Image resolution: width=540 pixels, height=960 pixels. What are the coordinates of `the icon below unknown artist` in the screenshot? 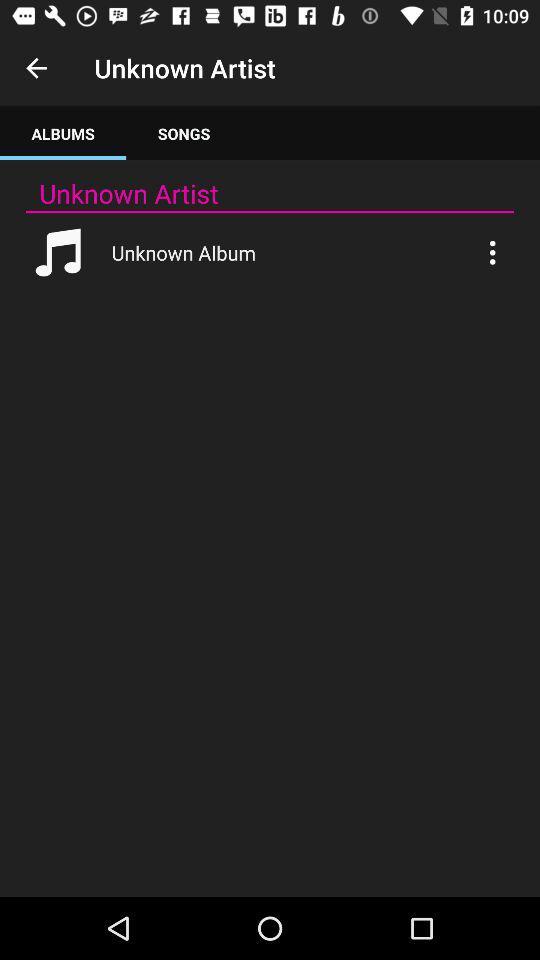 It's located at (184, 132).